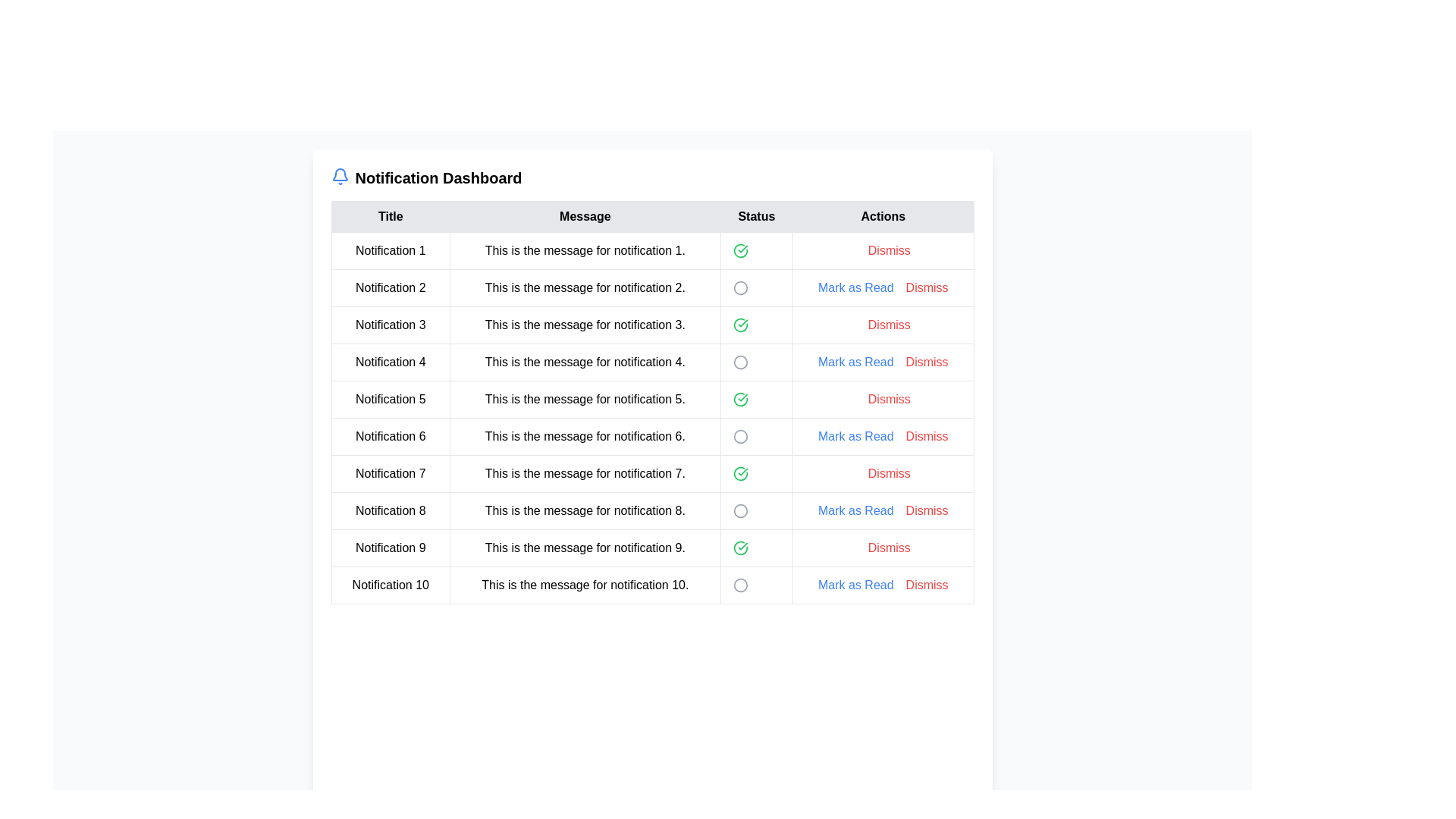 The width and height of the screenshot is (1456, 819). What do you see at coordinates (855, 584) in the screenshot?
I see `the link in the 'Actions' column of the last row` at bounding box center [855, 584].